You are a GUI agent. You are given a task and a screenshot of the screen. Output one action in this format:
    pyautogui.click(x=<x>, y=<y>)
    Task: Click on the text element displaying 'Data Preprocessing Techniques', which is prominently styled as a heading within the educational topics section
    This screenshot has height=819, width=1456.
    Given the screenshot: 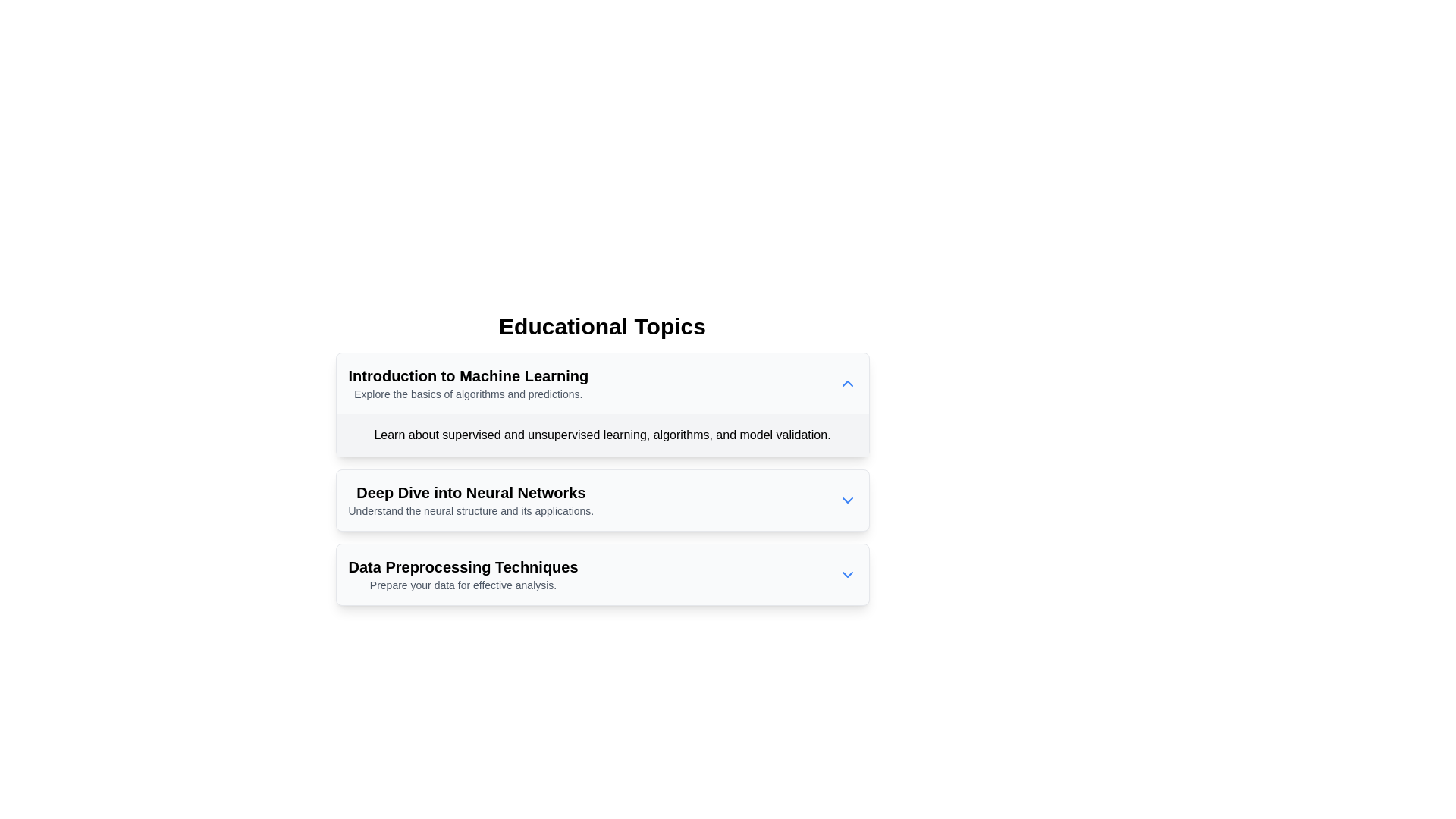 What is the action you would take?
    pyautogui.click(x=462, y=567)
    